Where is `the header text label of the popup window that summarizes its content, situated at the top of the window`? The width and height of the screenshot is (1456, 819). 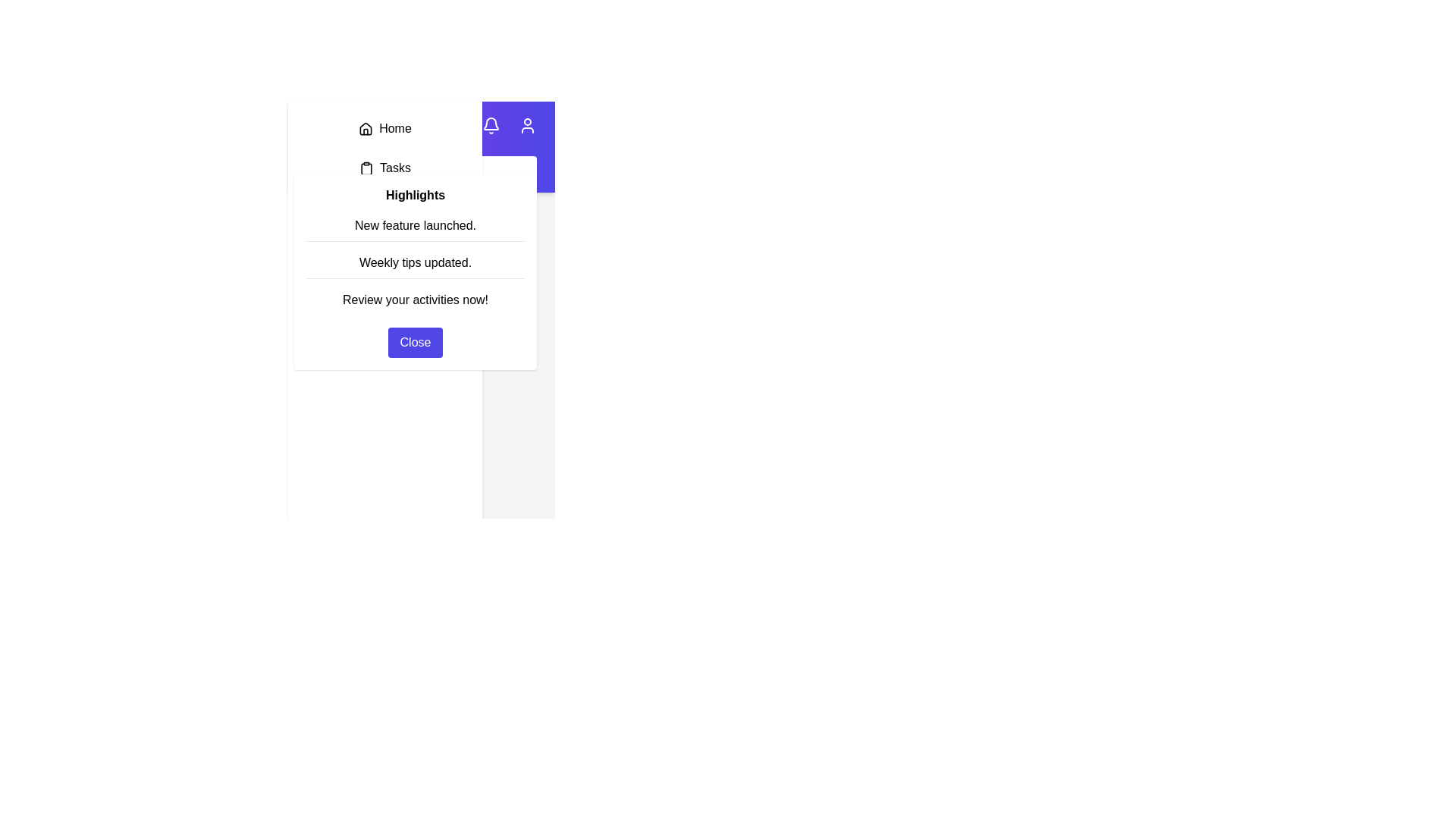 the header text label of the popup window that summarizes its content, situated at the top of the window is located at coordinates (415, 194).